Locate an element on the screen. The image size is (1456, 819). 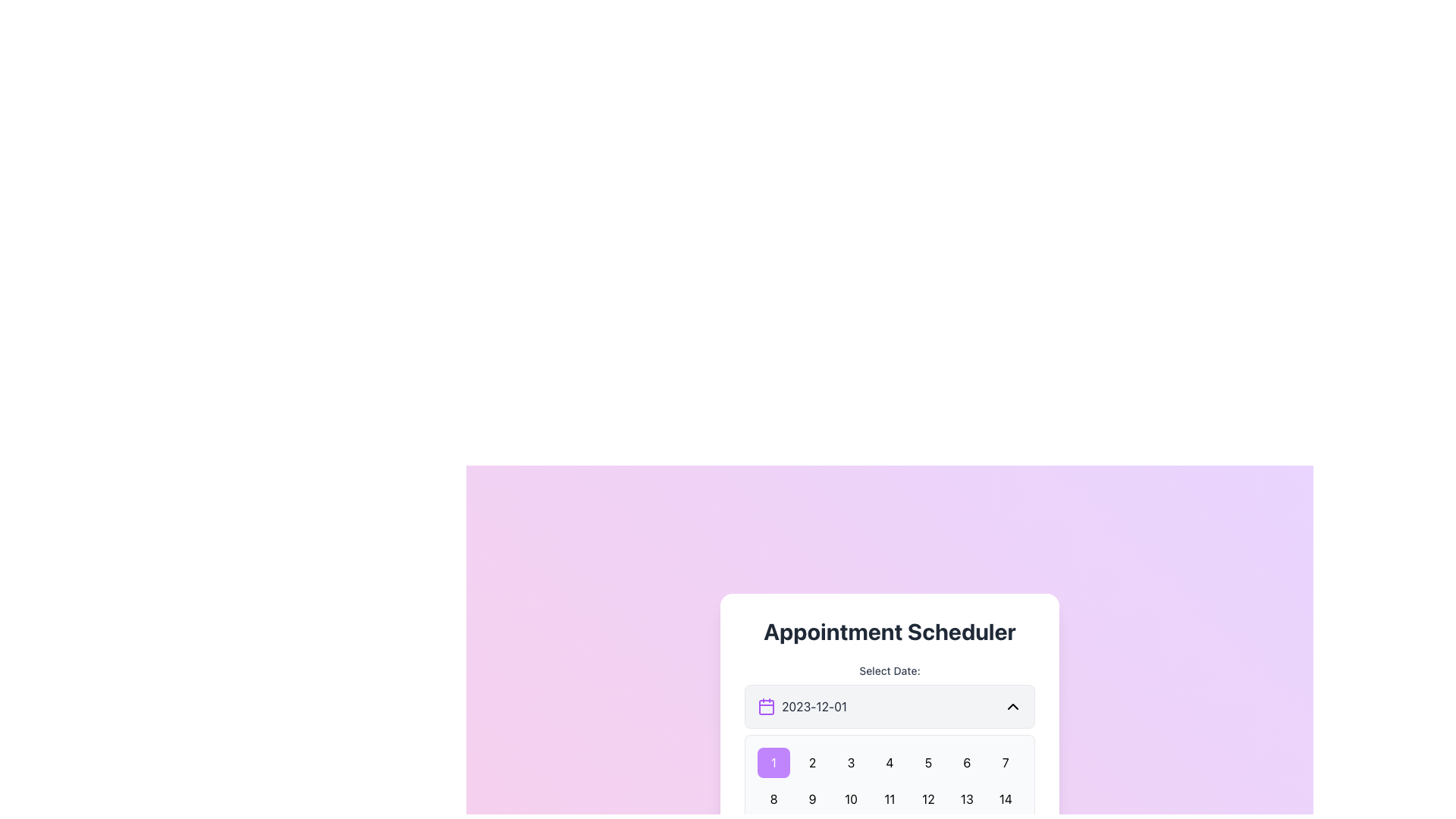
the button representing the fourth day of the month in the calendar interface is located at coordinates (890, 763).